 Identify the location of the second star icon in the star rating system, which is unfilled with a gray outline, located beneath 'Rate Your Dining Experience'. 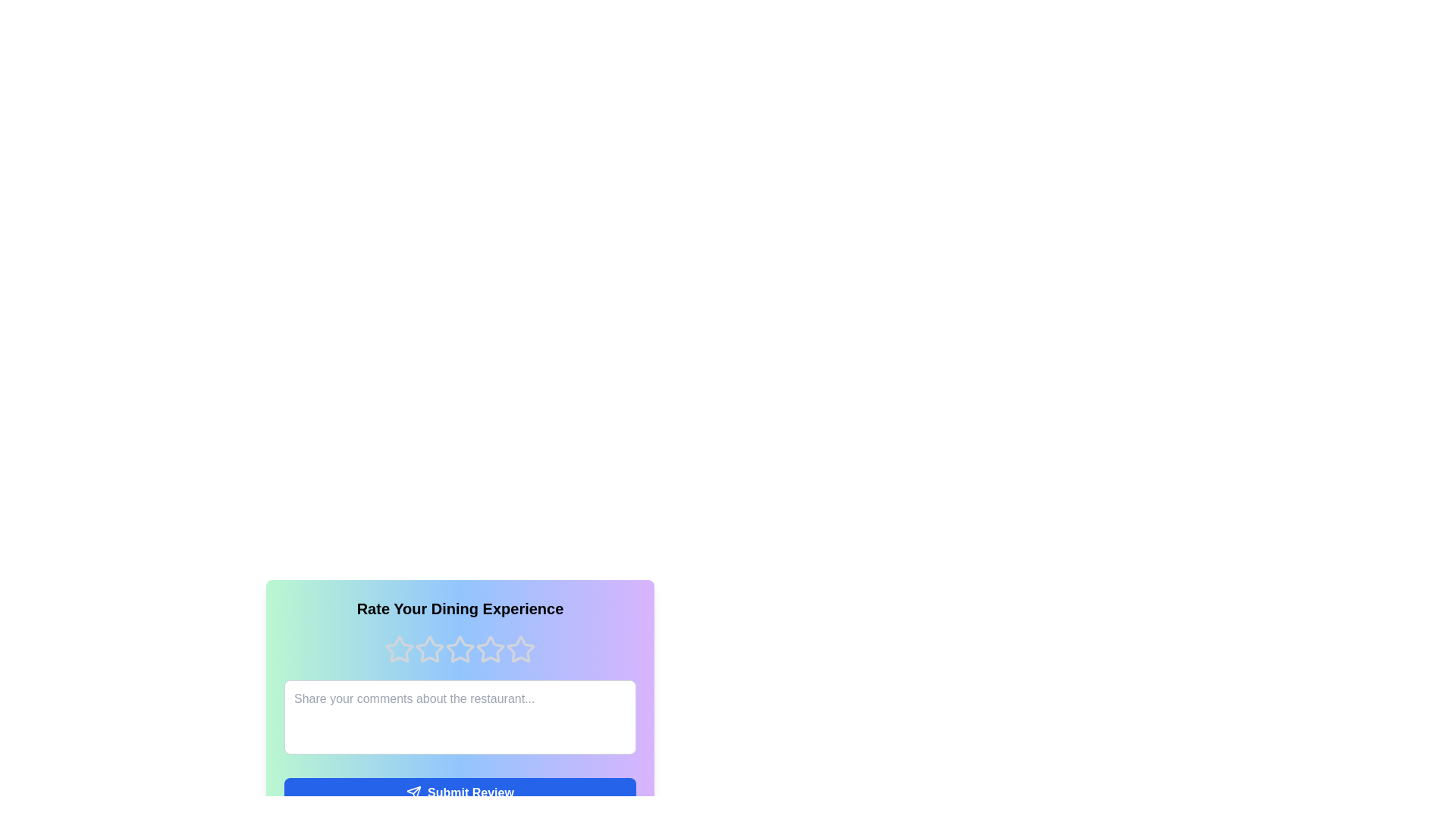
(428, 648).